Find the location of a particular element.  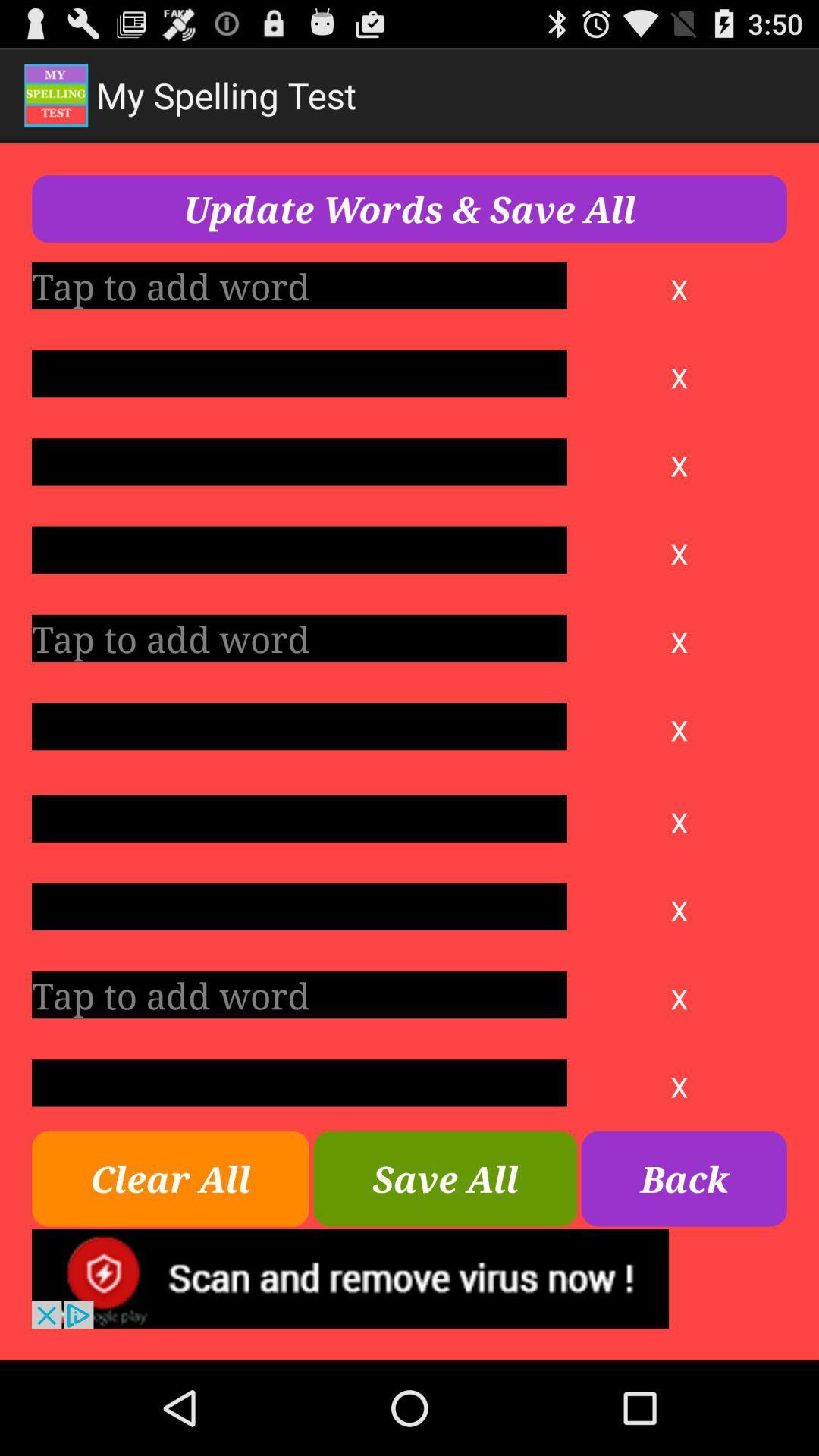

blank text area is located at coordinates (299, 549).